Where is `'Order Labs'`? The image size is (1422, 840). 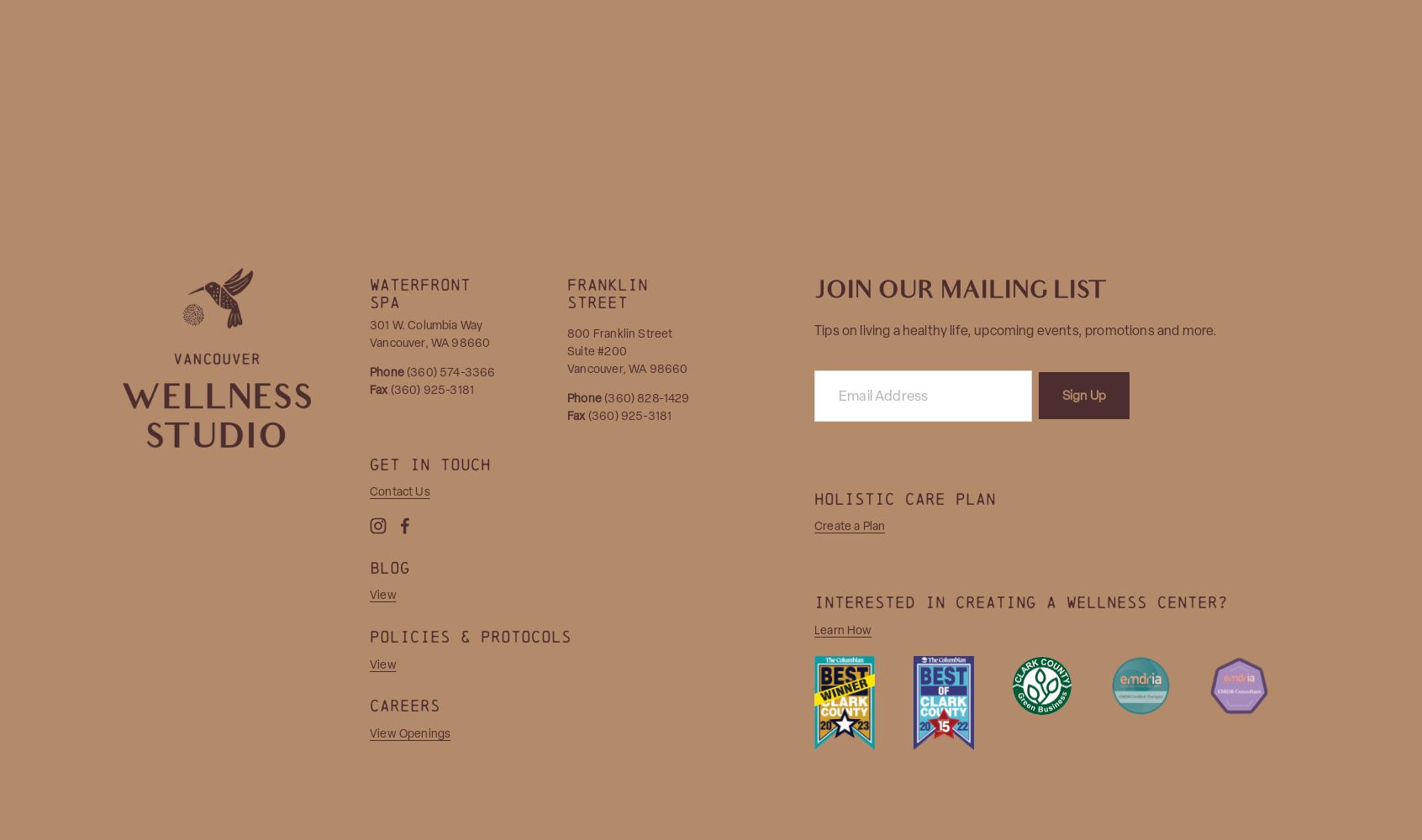 'Order Labs' is located at coordinates (371, 253).